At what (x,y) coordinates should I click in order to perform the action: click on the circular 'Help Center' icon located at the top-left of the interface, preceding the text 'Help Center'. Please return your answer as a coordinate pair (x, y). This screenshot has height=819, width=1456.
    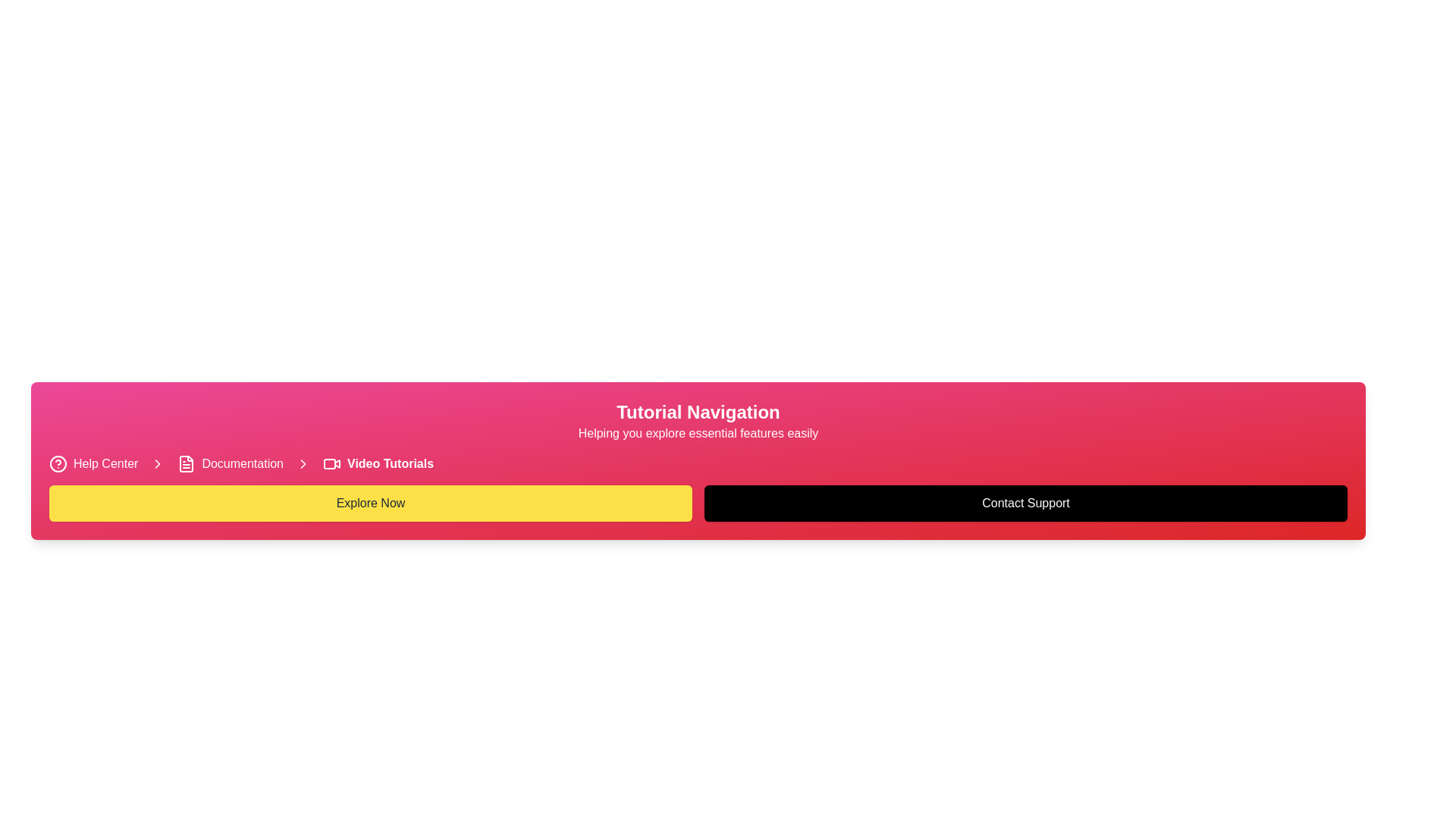
    Looking at the image, I should click on (58, 463).